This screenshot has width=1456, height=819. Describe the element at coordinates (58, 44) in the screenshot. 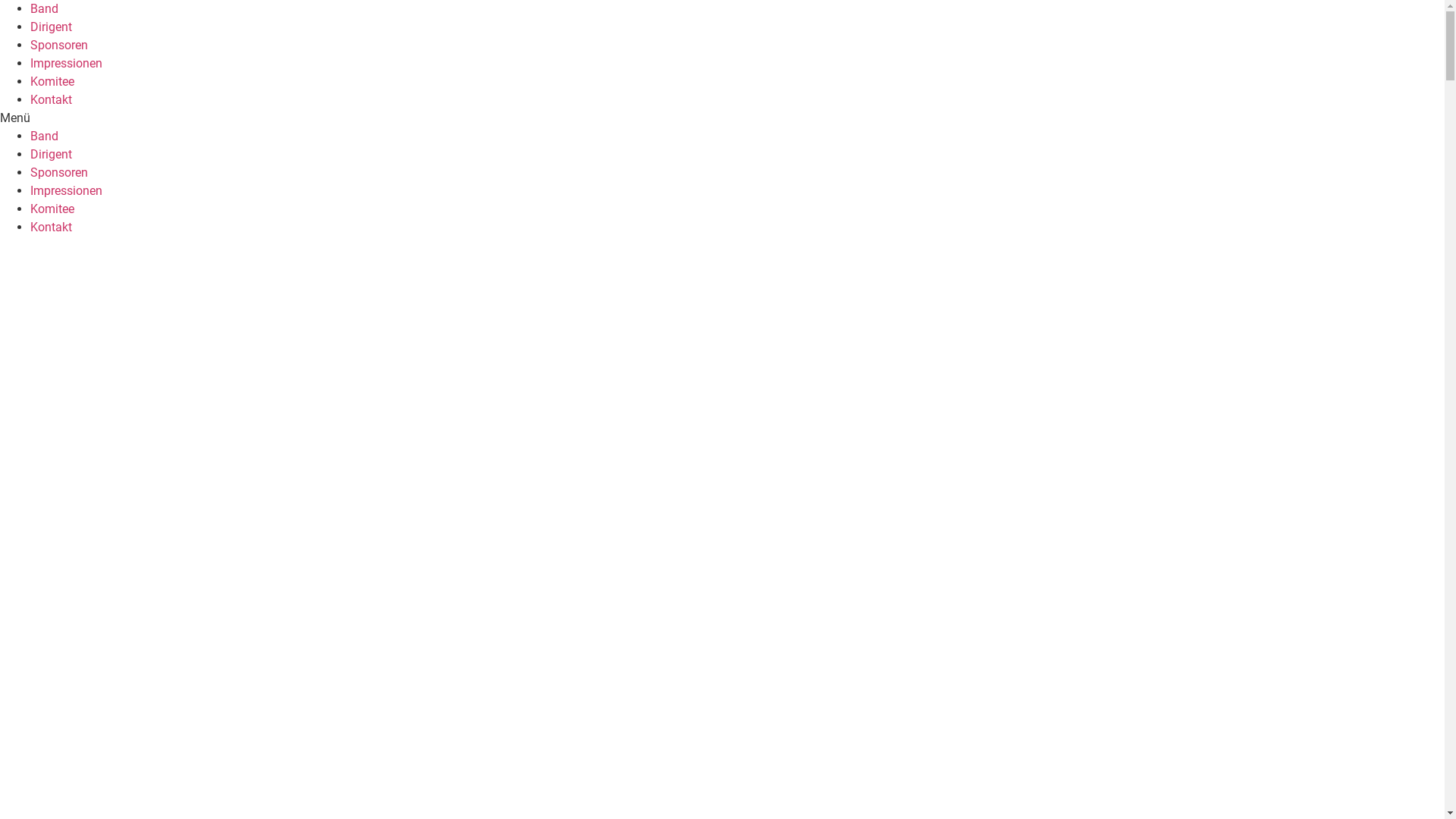

I see `'Sponsoren'` at that location.